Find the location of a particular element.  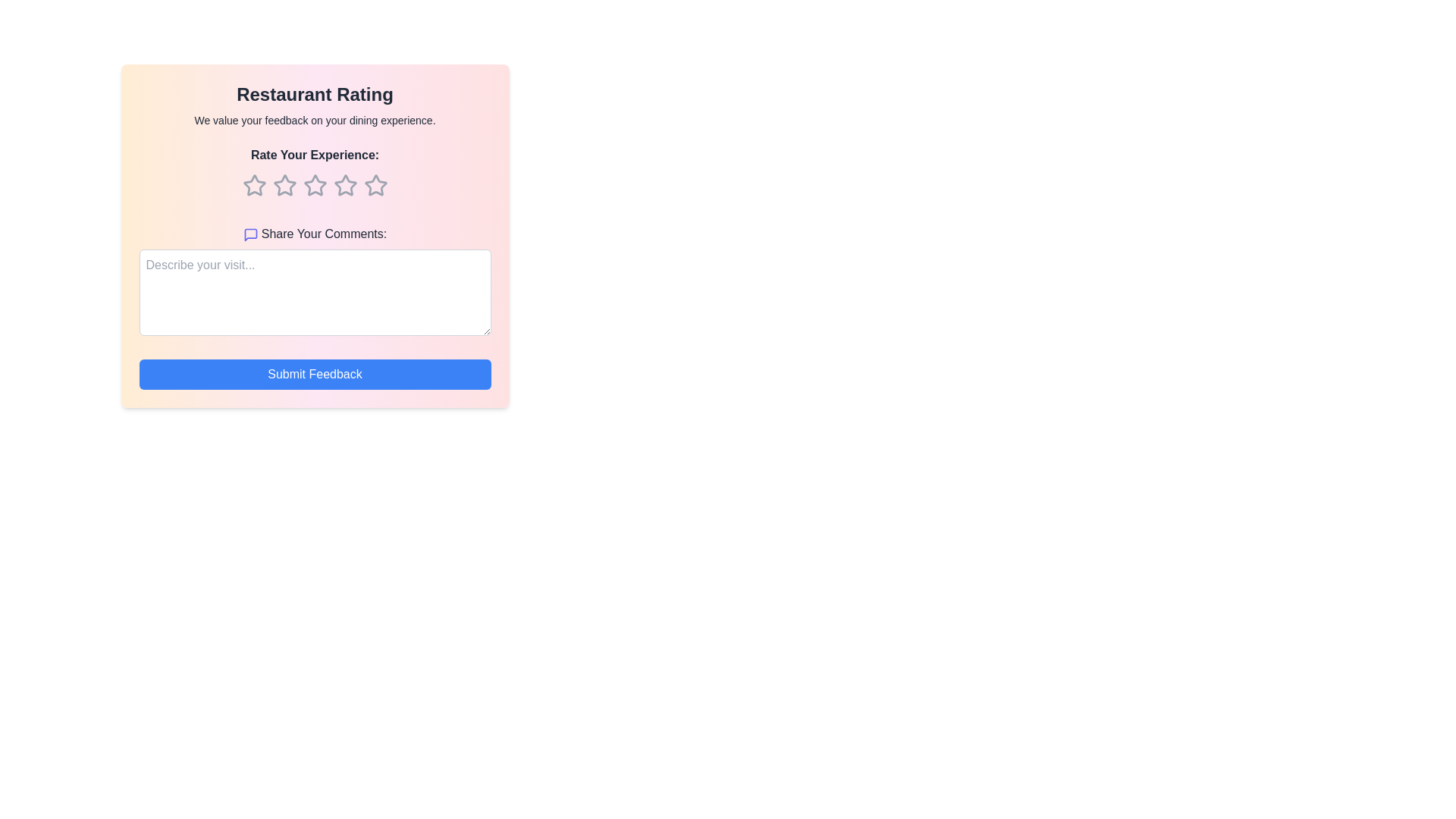

the Textual header section that displays 'Restaurant Rating' and its subtitle 'We value your feedback on your dining experience.' is located at coordinates (314, 104).